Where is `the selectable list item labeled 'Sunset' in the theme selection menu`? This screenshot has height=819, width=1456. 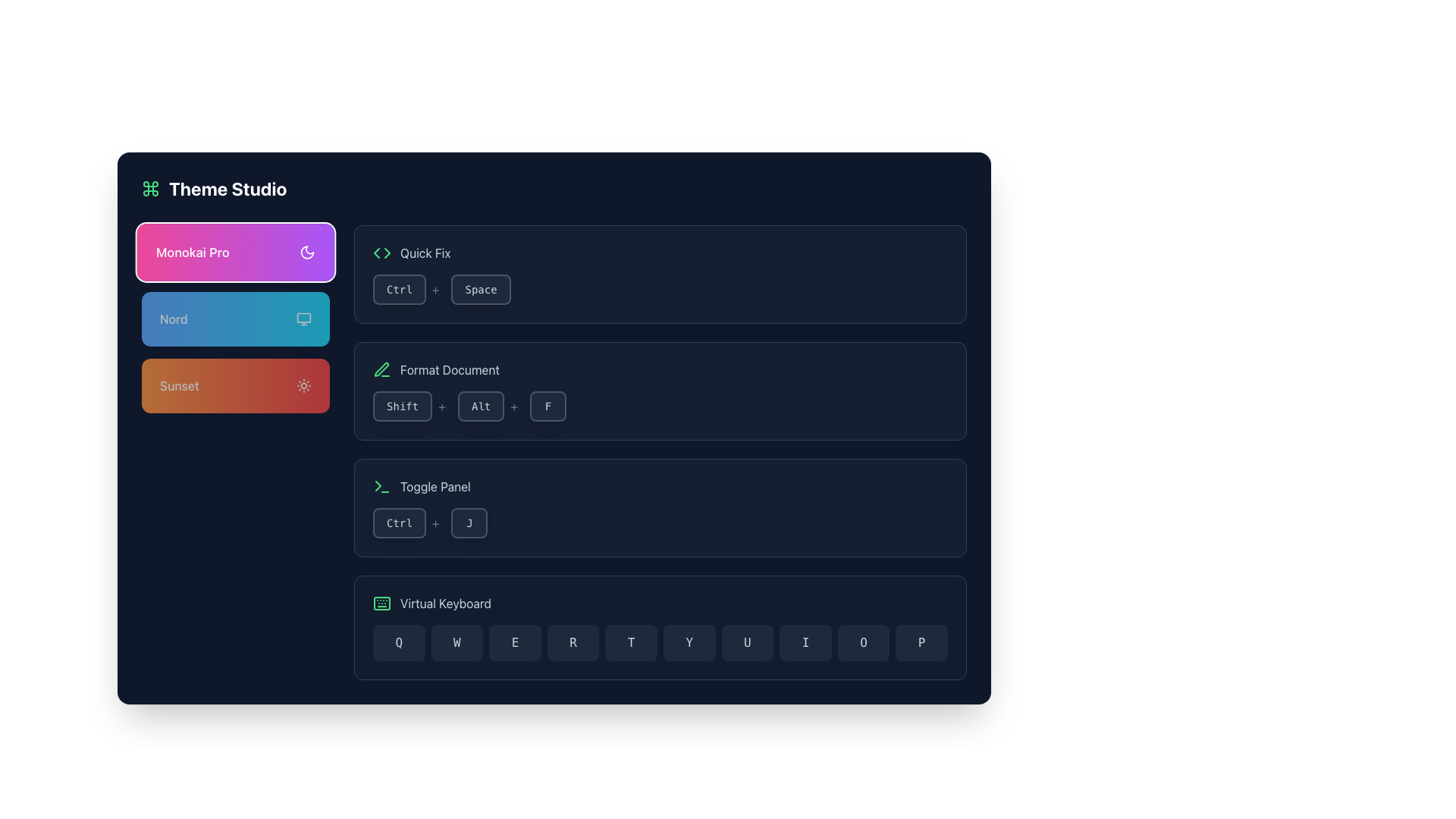
the selectable list item labeled 'Sunset' in the theme selection menu is located at coordinates (235, 385).